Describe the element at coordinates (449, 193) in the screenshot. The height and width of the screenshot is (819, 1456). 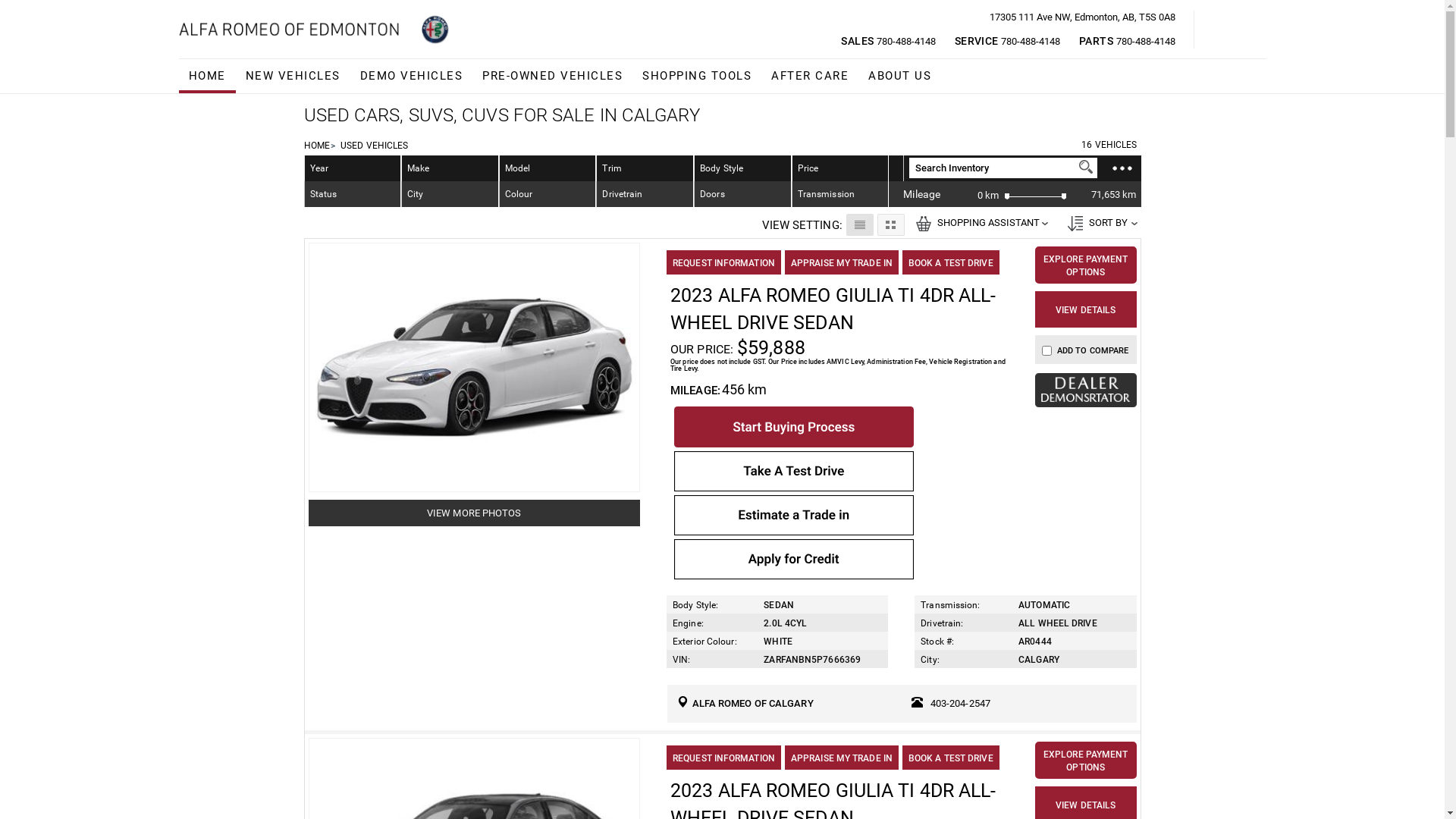
I see `'City'` at that location.